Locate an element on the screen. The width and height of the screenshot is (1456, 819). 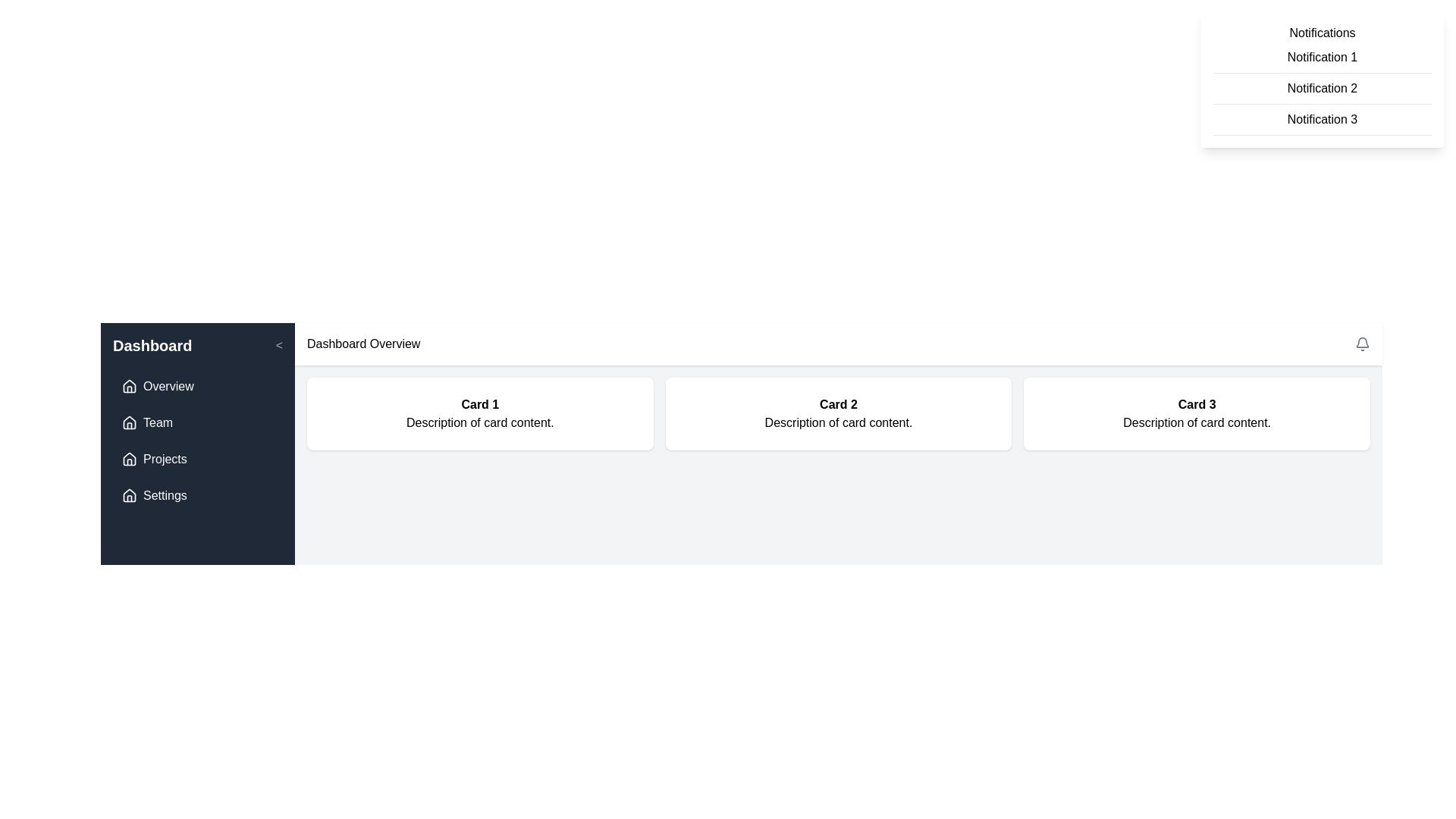
the title text element located at the top-center of the second card in a horizontal array of cards, which indicates the card's content is located at coordinates (837, 403).